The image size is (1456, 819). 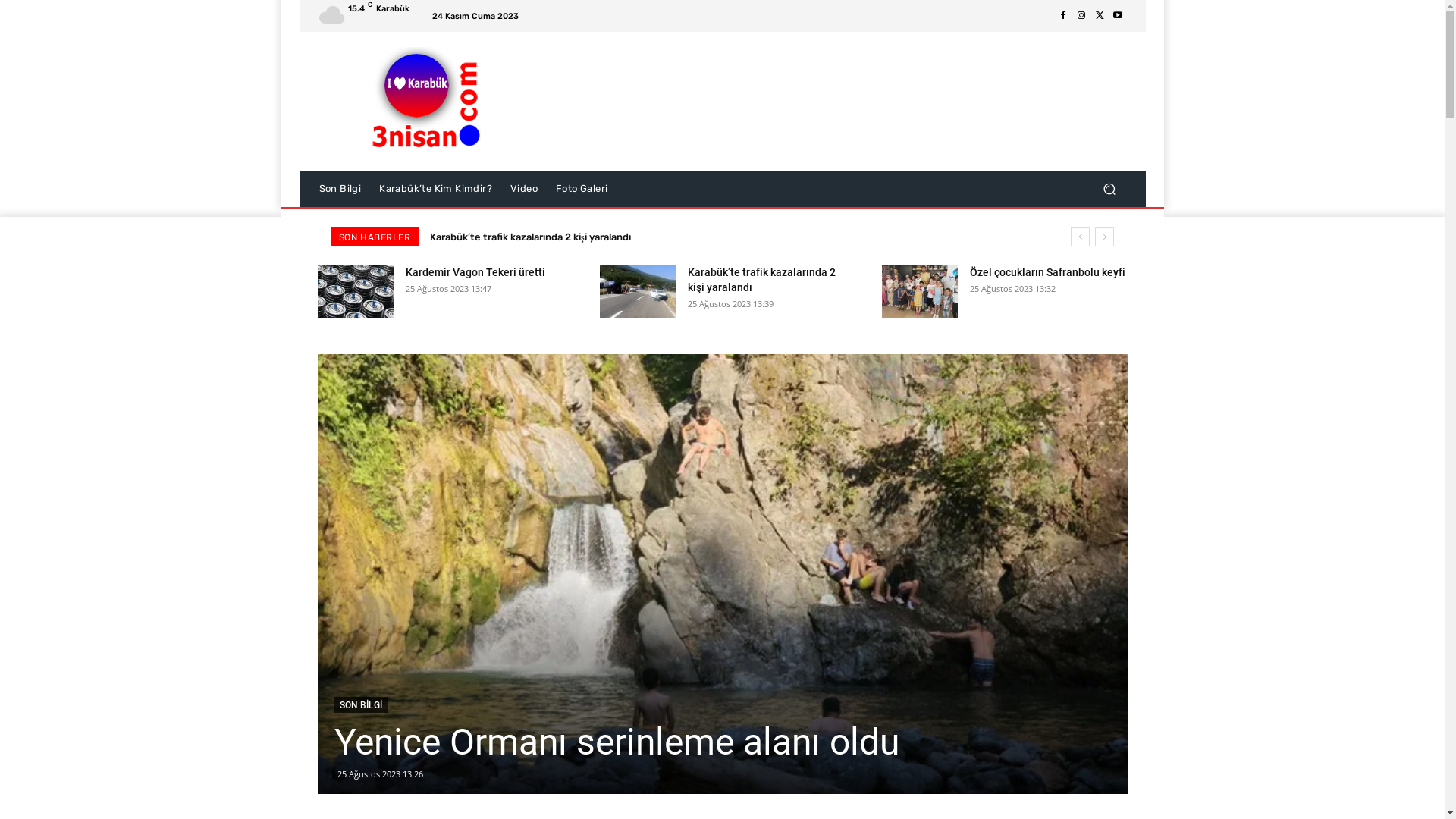 What do you see at coordinates (1117, 15) in the screenshot?
I see `'Youtube'` at bounding box center [1117, 15].